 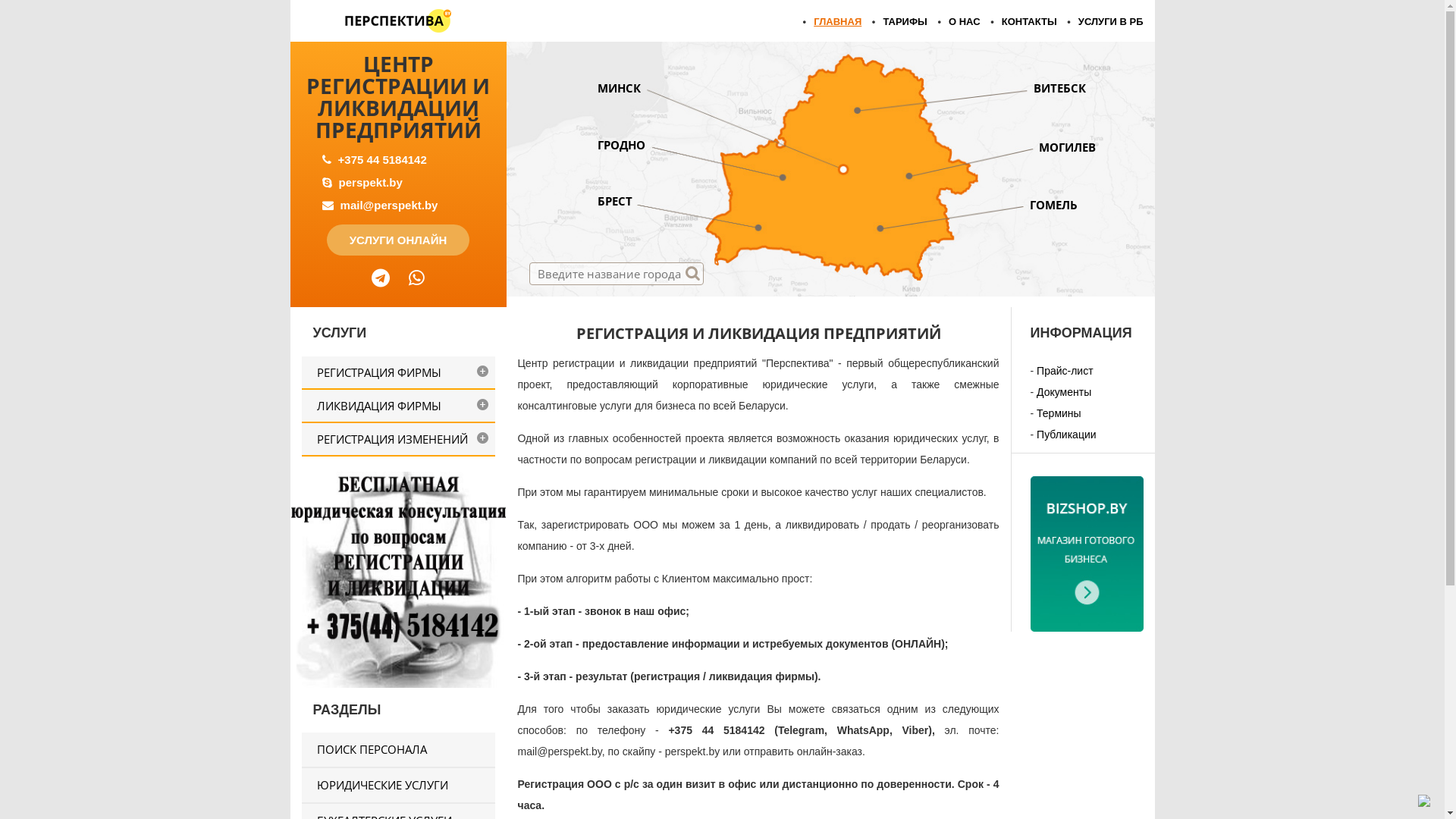 I want to click on 'Go Top', so click(x=1417, y=799).